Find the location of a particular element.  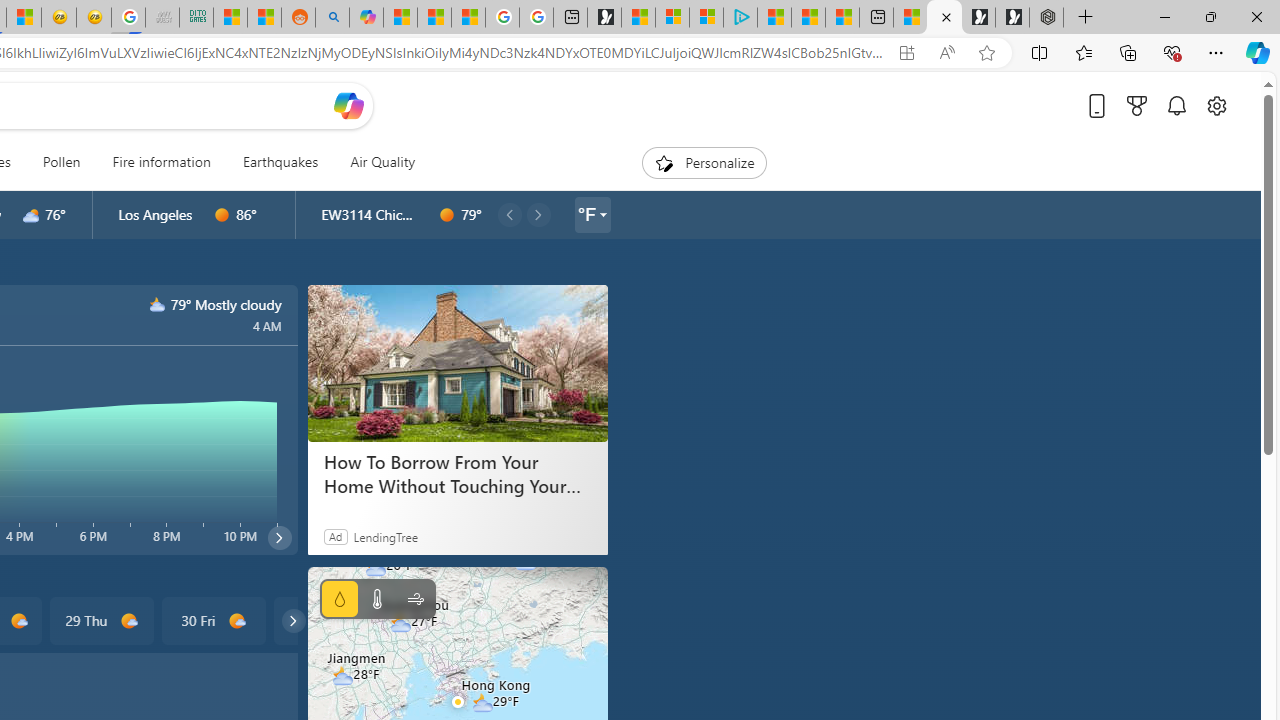

'These 3 Stocks Pay You More Than 5% to Own Them' is located at coordinates (842, 17).